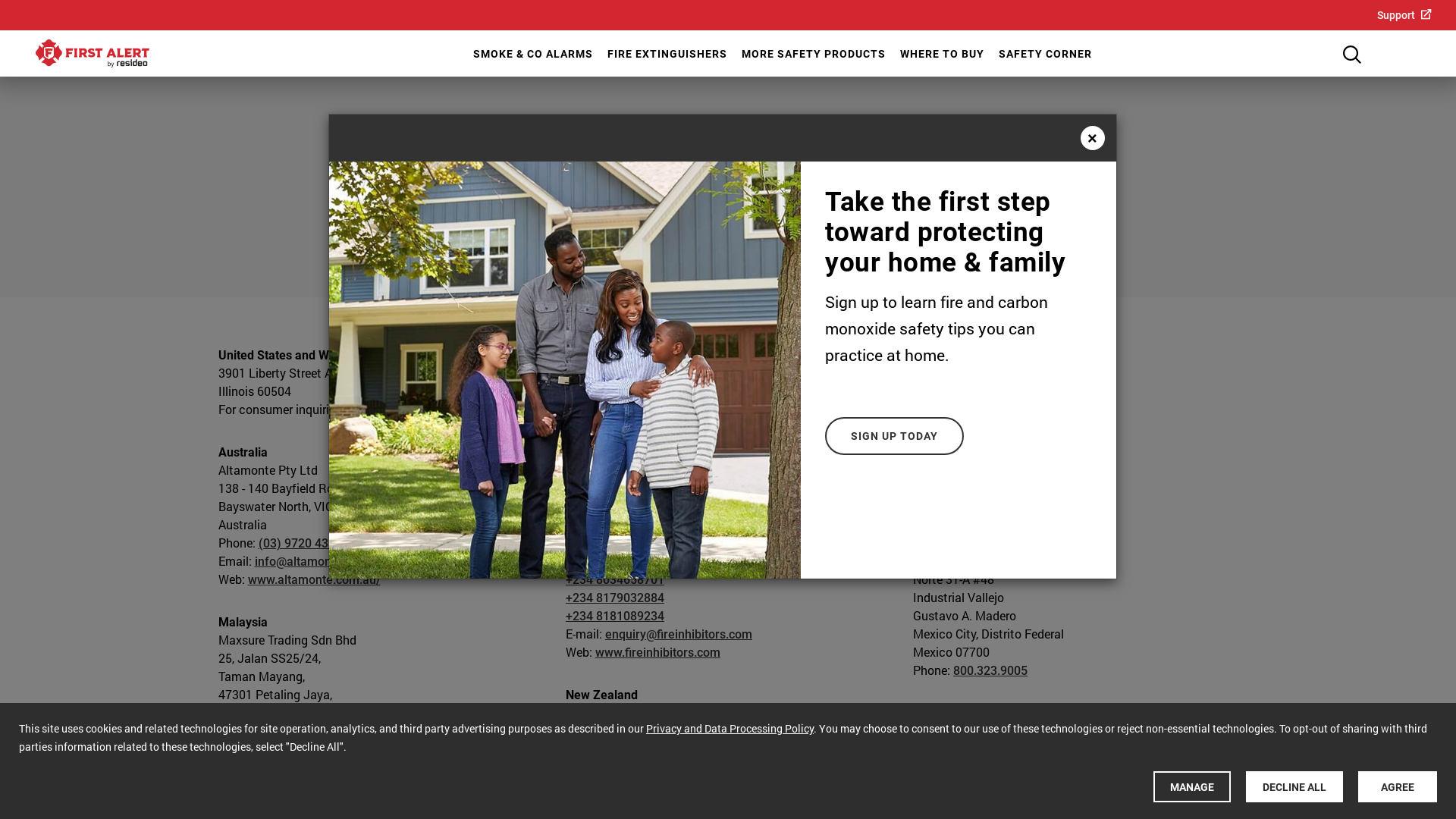 The height and width of the screenshot is (819, 1456). What do you see at coordinates (315, 748) in the screenshot?
I see `'www.locksnmore.com.my'` at bounding box center [315, 748].